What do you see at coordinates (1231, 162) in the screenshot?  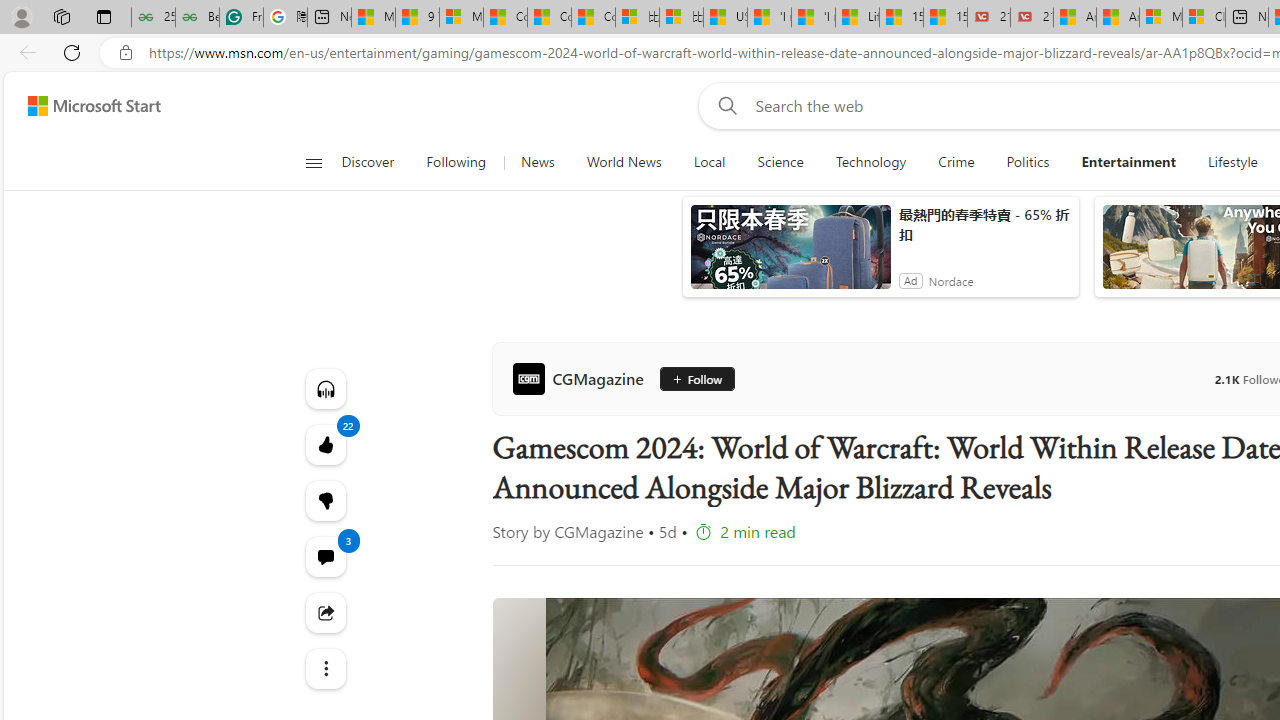 I see `'Lifestyle'` at bounding box center [1231, 162].